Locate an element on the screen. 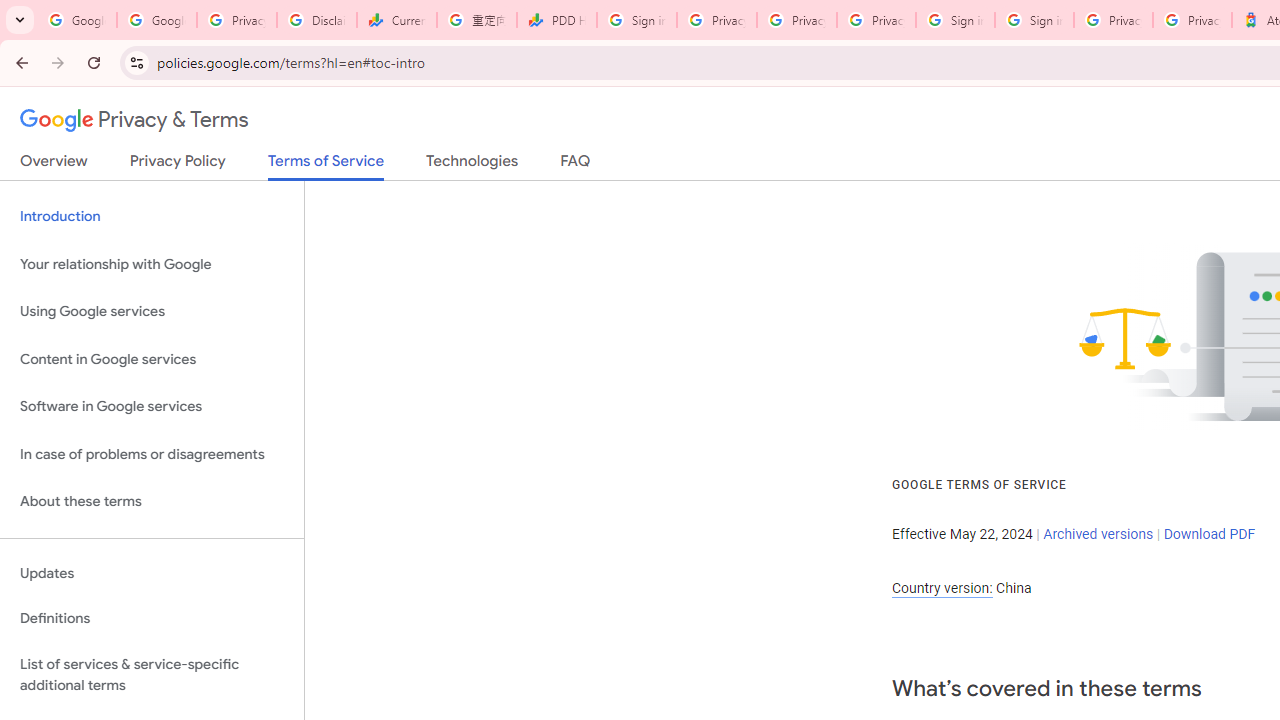 The image size is (1280, 720). 'Software in Google services' is located at coordinates (151, 406).